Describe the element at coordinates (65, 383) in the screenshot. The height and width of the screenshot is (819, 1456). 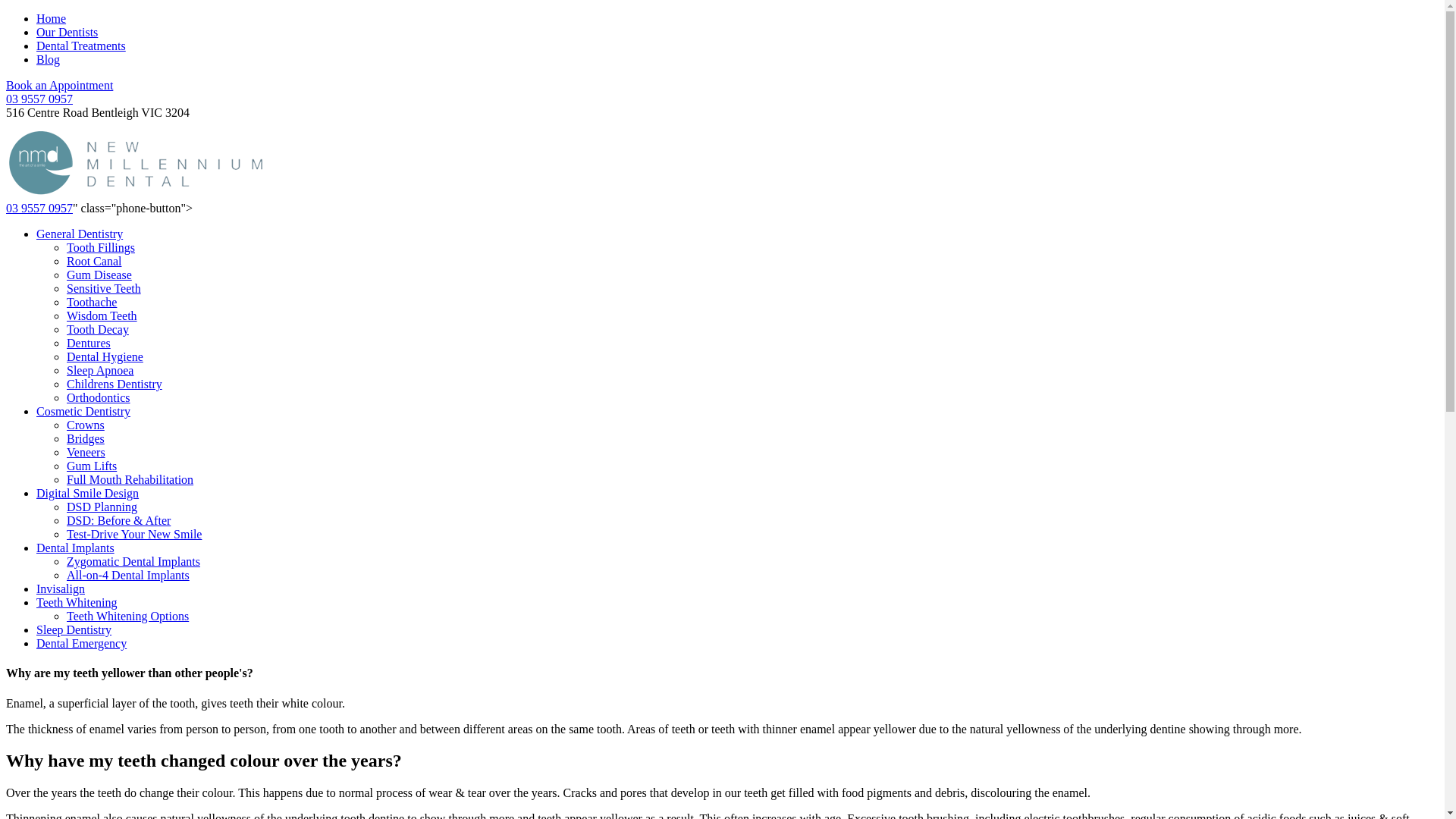
I see `'Childrens Dentistry'` at that location.